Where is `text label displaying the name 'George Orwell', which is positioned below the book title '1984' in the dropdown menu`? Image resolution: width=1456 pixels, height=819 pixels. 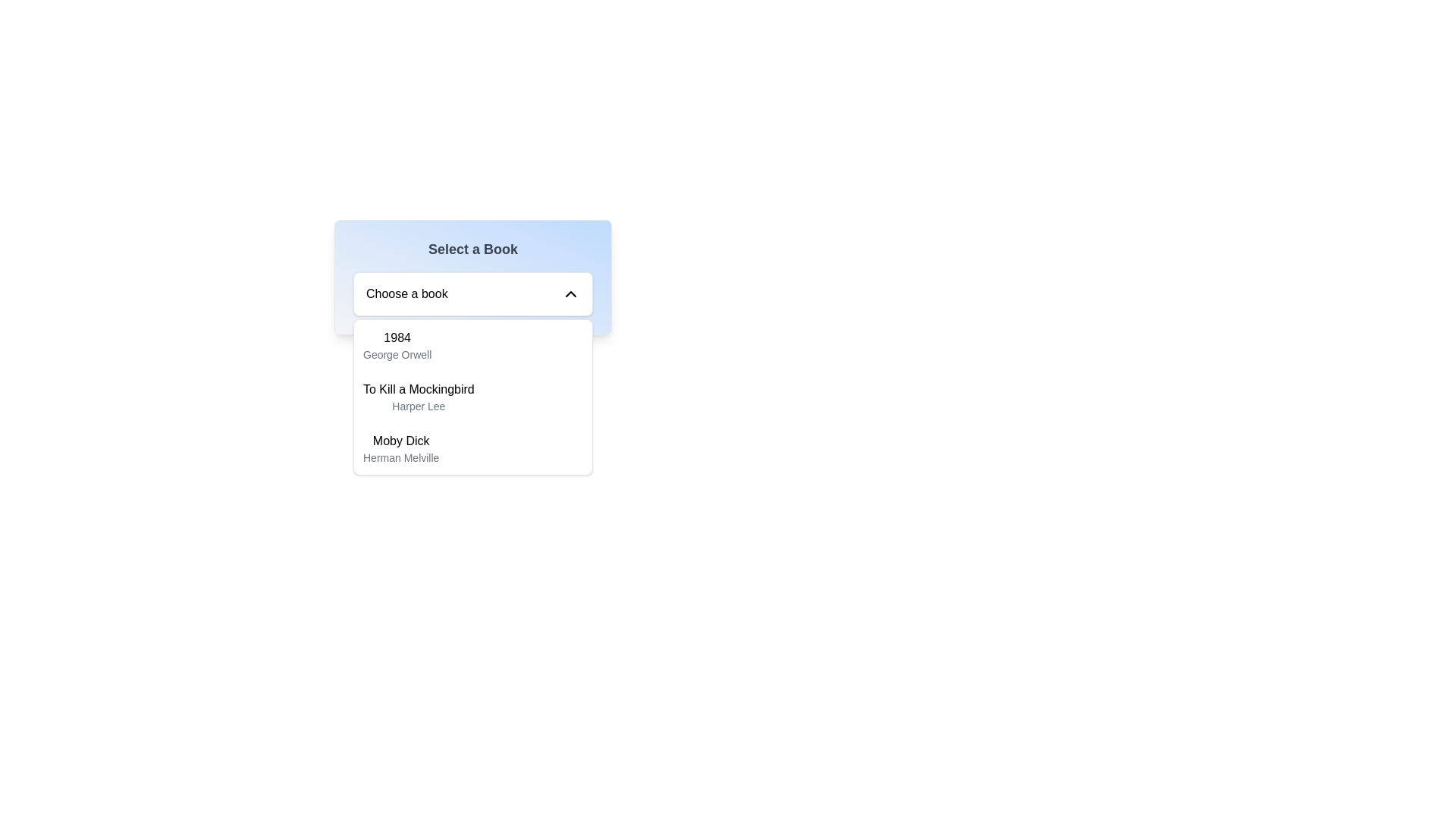
text label displaying the name 'George Orwell', which is positioned below the book title '1984' in the dropdown menu is located at coordinates (397, 354).